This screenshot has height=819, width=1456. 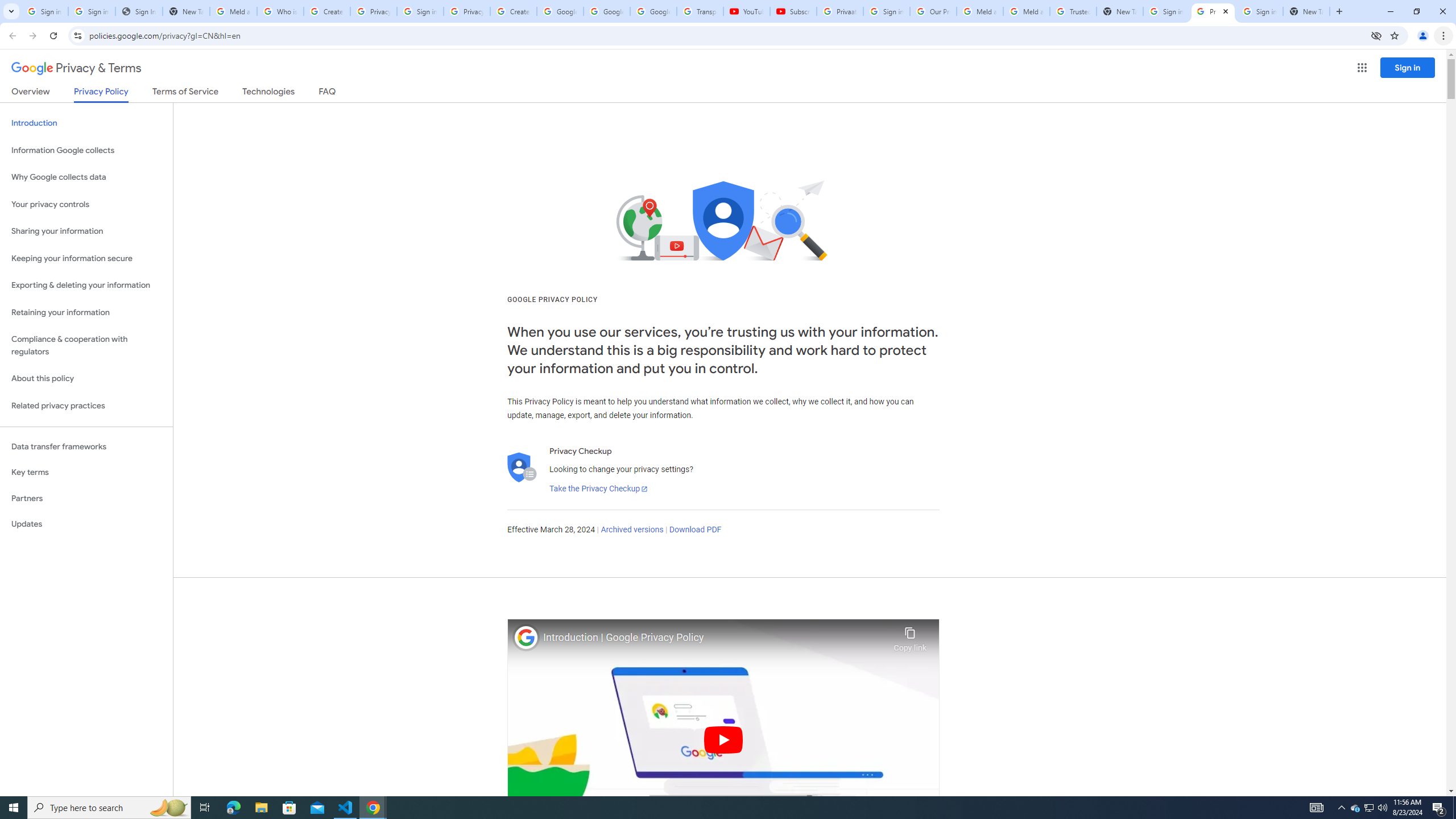 What do you see at coordinates (86, 405) in the screenshot?
I see `'Related privacy practices'` at bounding box center [86, 405].